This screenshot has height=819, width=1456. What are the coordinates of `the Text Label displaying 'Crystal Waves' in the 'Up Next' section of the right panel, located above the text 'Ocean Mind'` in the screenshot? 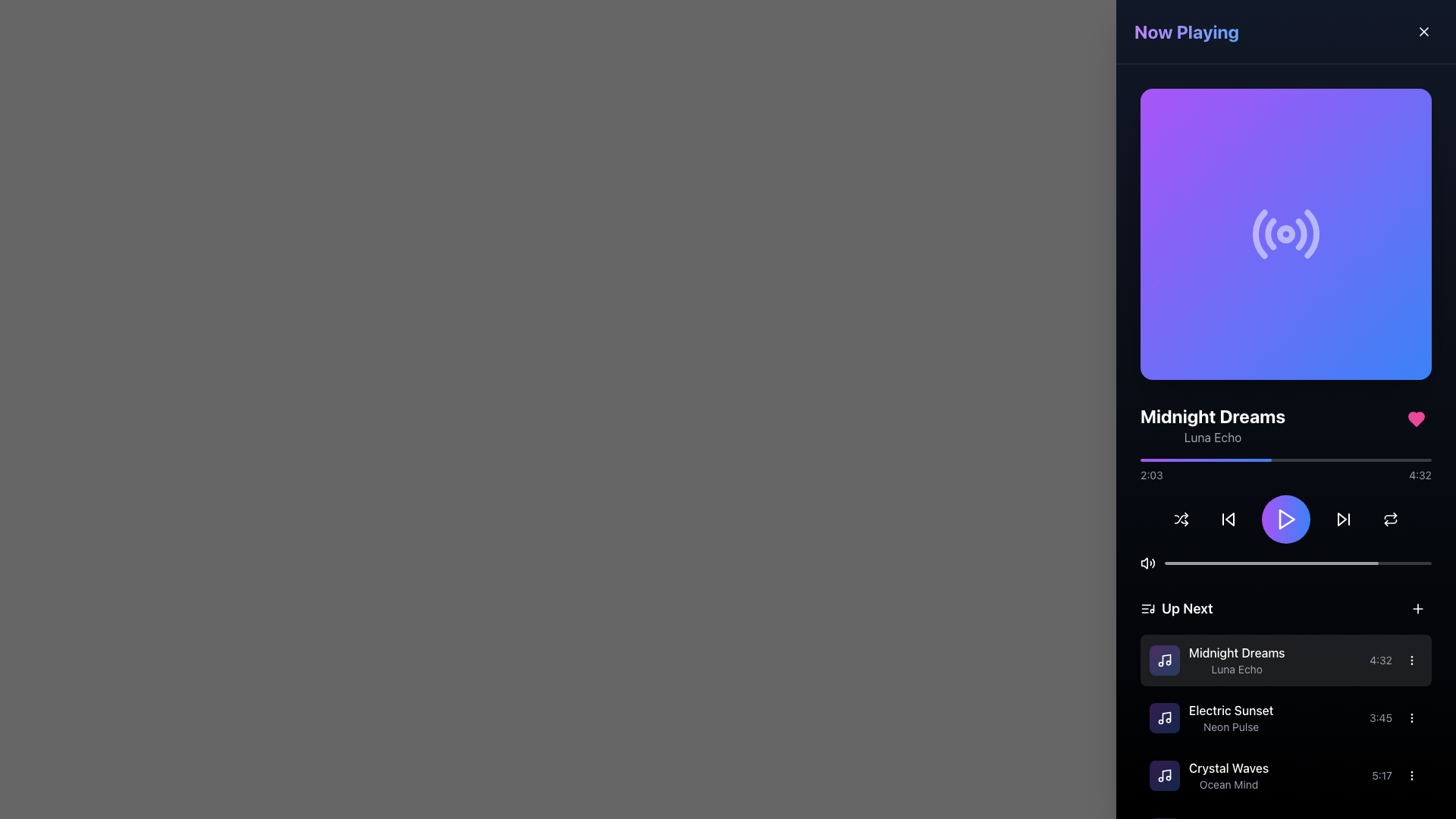 It's located at (1228, 768).